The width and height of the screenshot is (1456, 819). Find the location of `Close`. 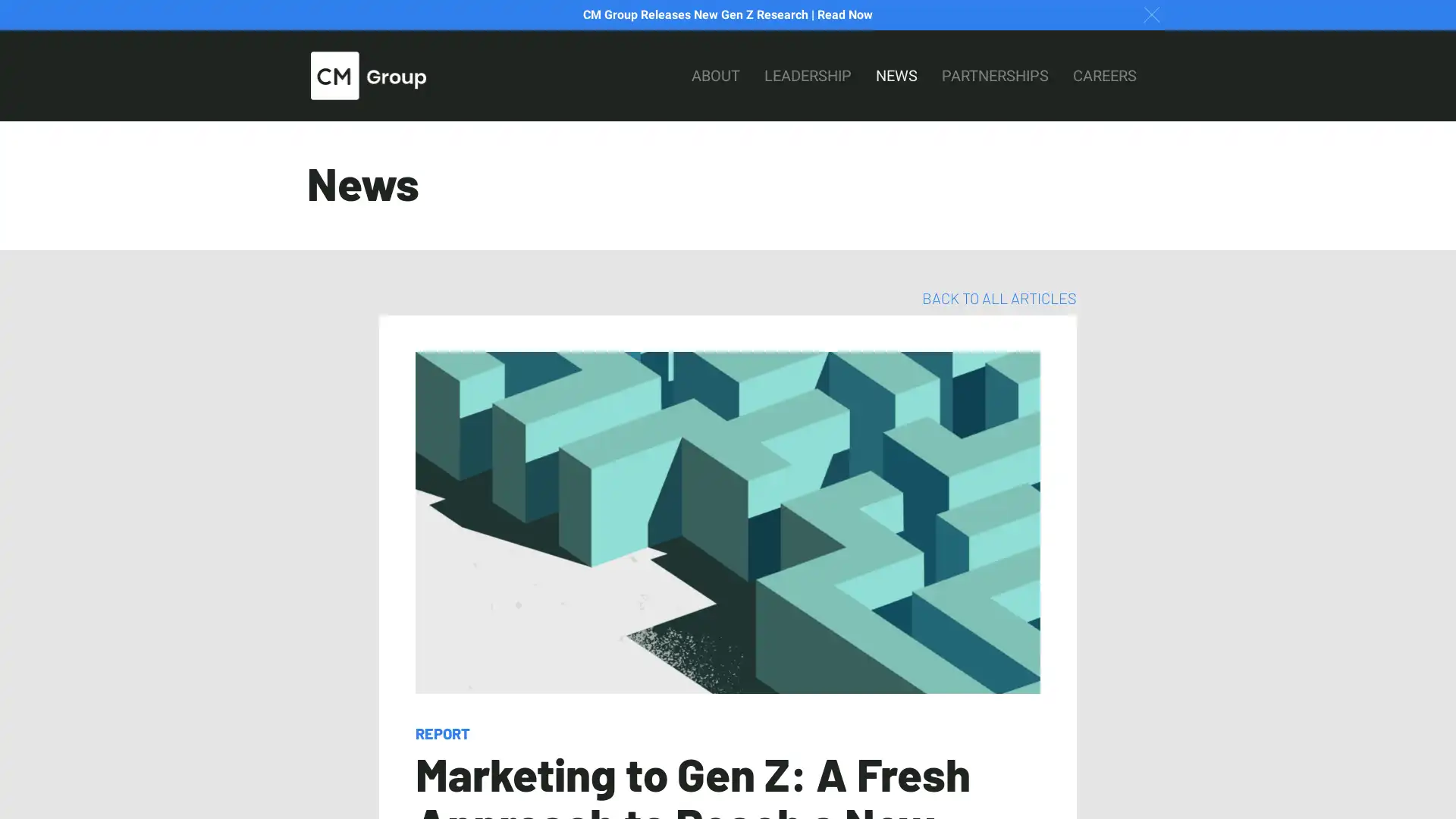

Close is located at coordinates (1151, 14).